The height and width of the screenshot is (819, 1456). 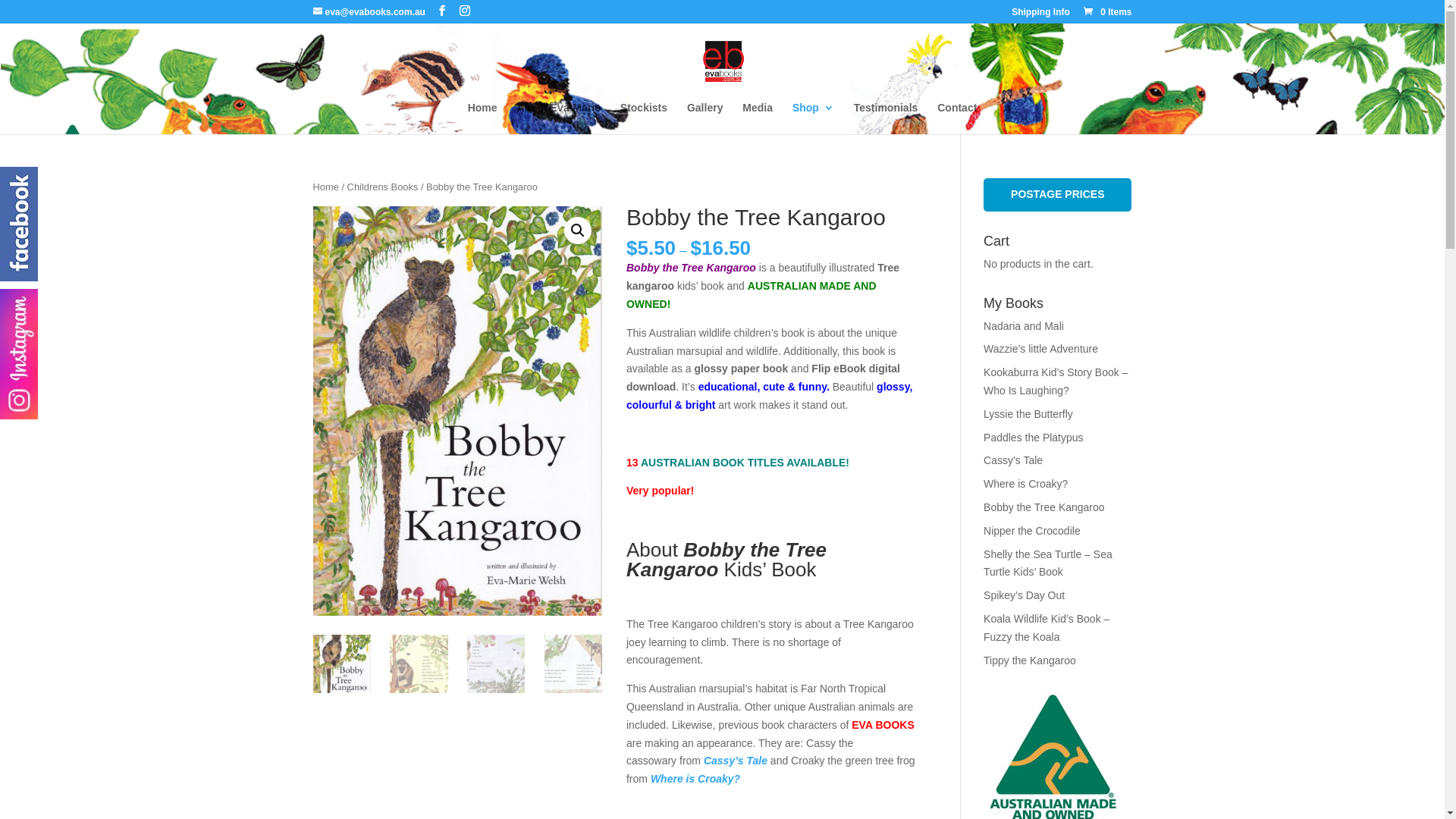 I want to click on 'Shop', so click(x=812, y=117).